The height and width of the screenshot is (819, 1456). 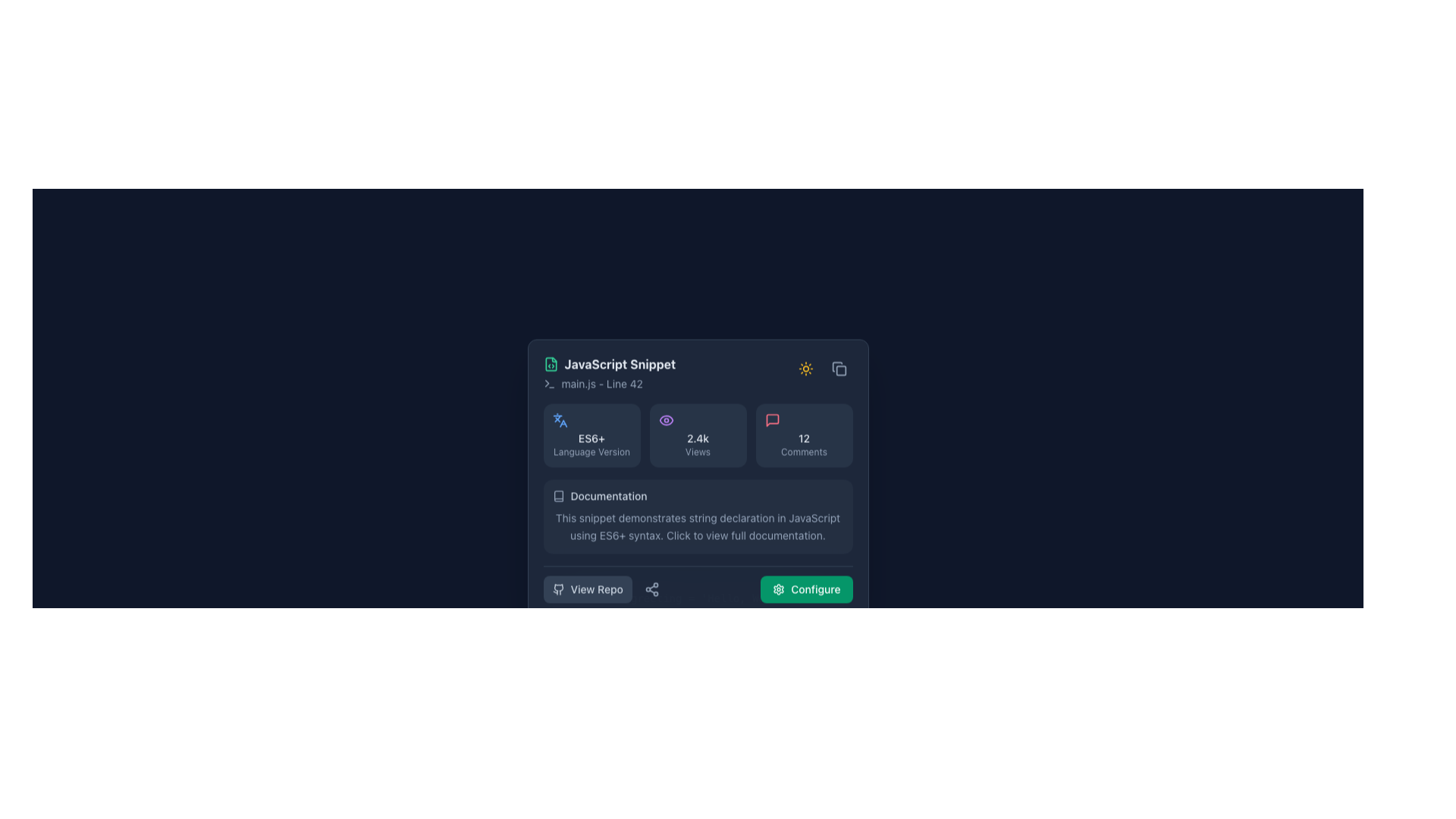 I want to click on contents of the informational section titled 'Documentation', which is located below the row with 'ES6+', '2.4k Views', and '12 Comments', and above the buttons 'View Repo' and 'Configure', so click(x=697, y=516).